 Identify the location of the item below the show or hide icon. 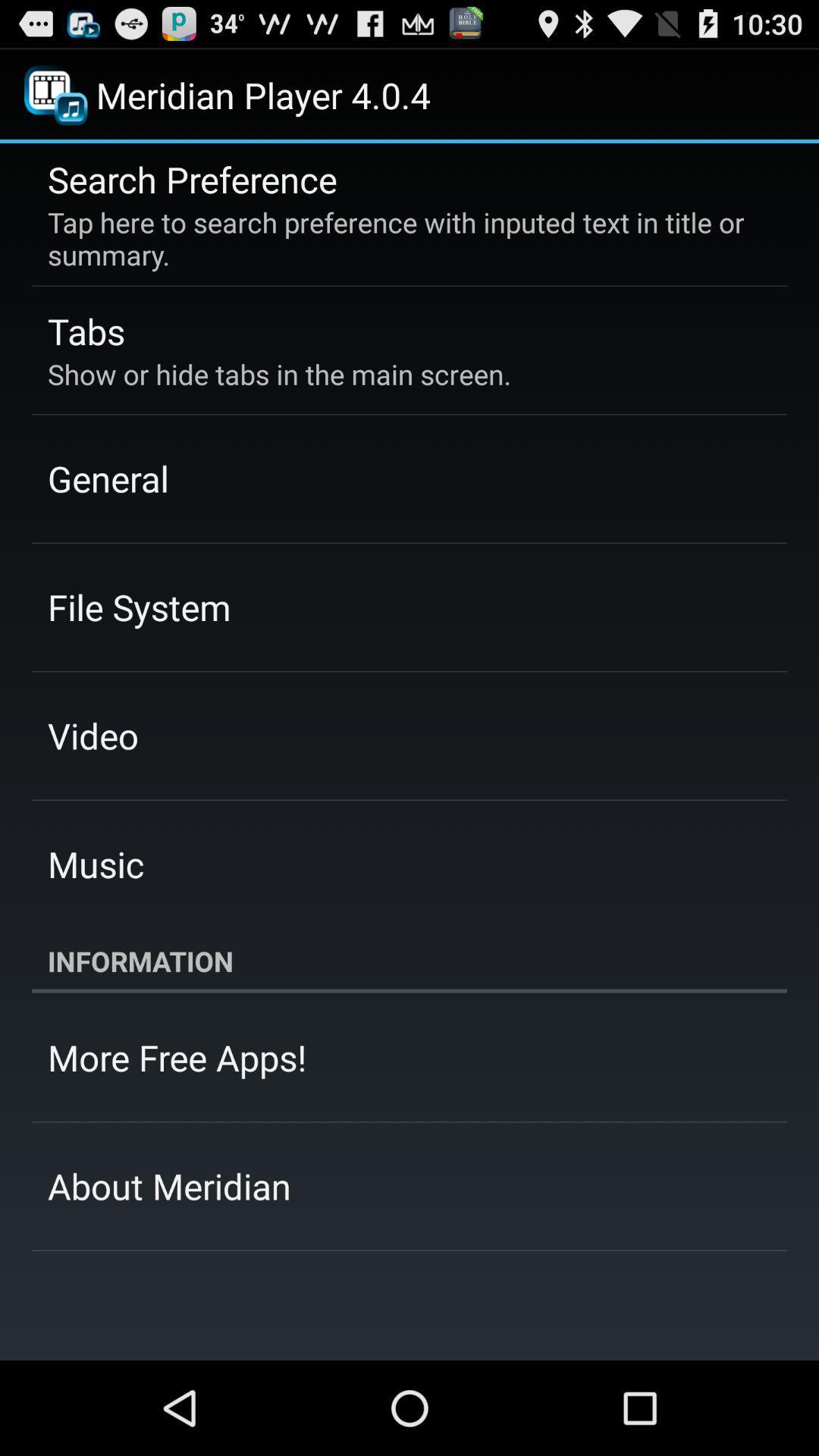
(107, 478).